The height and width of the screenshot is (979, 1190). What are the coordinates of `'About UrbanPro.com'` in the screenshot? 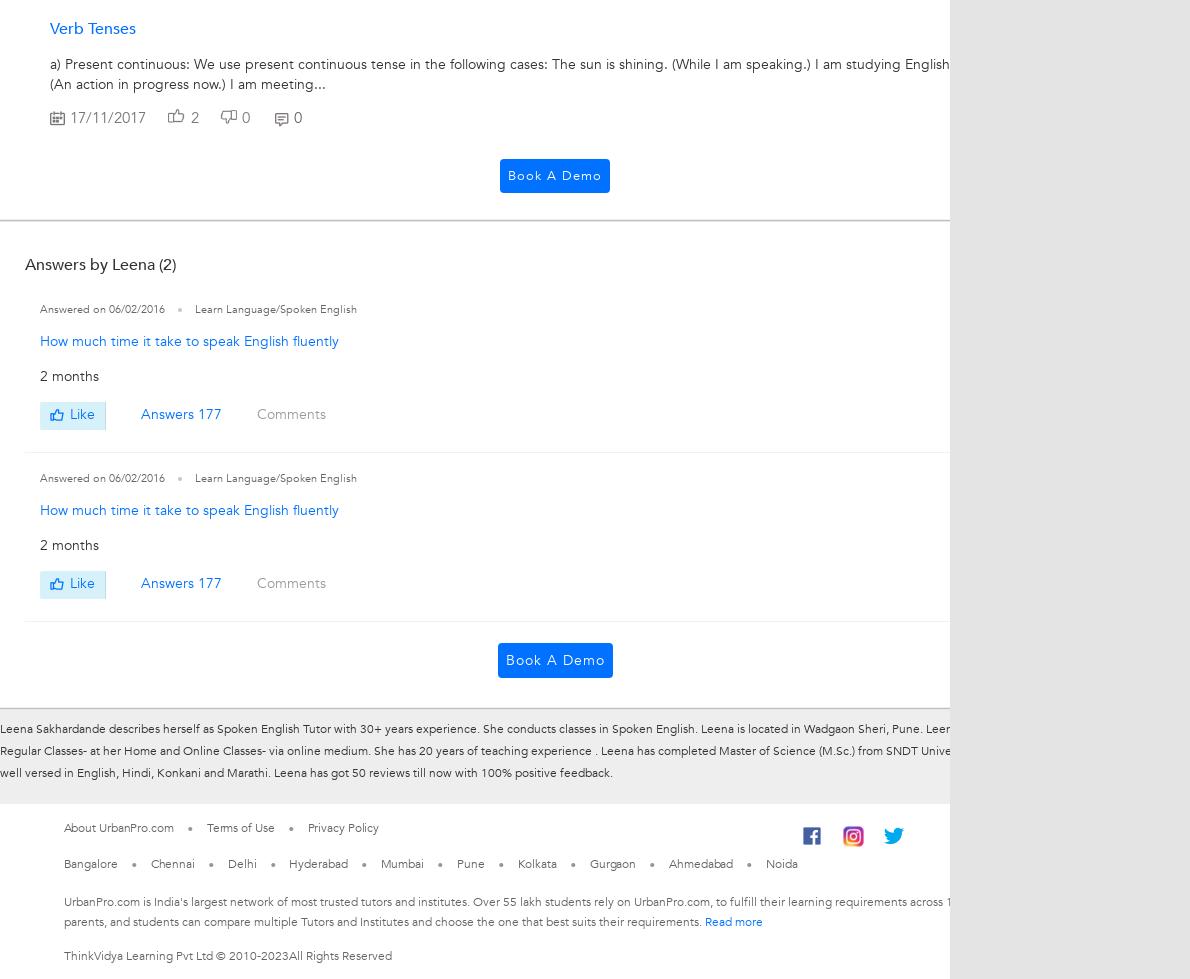 It's located at (117, 825).